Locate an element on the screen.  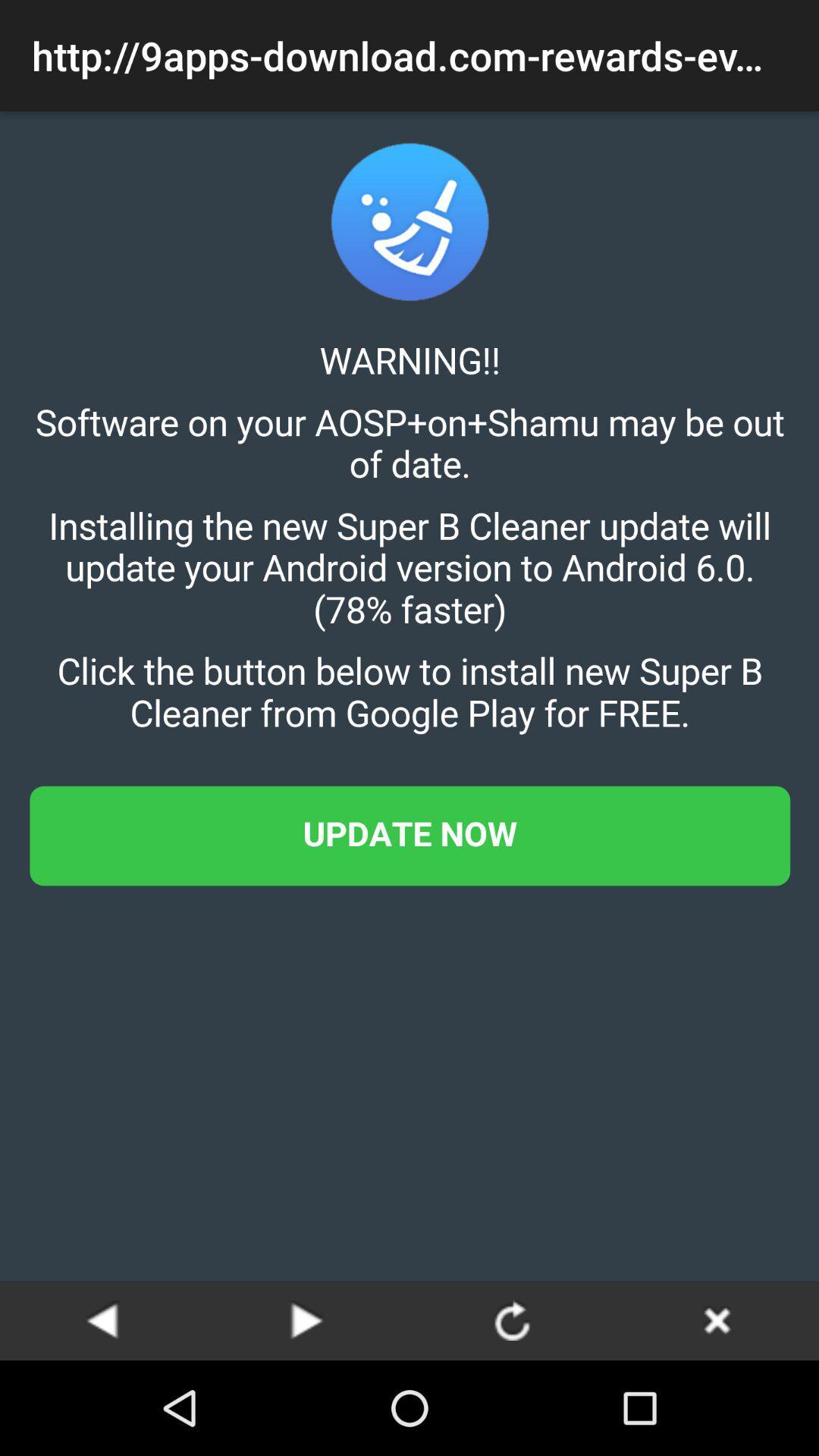
play is located at coordinates (307, 1319).